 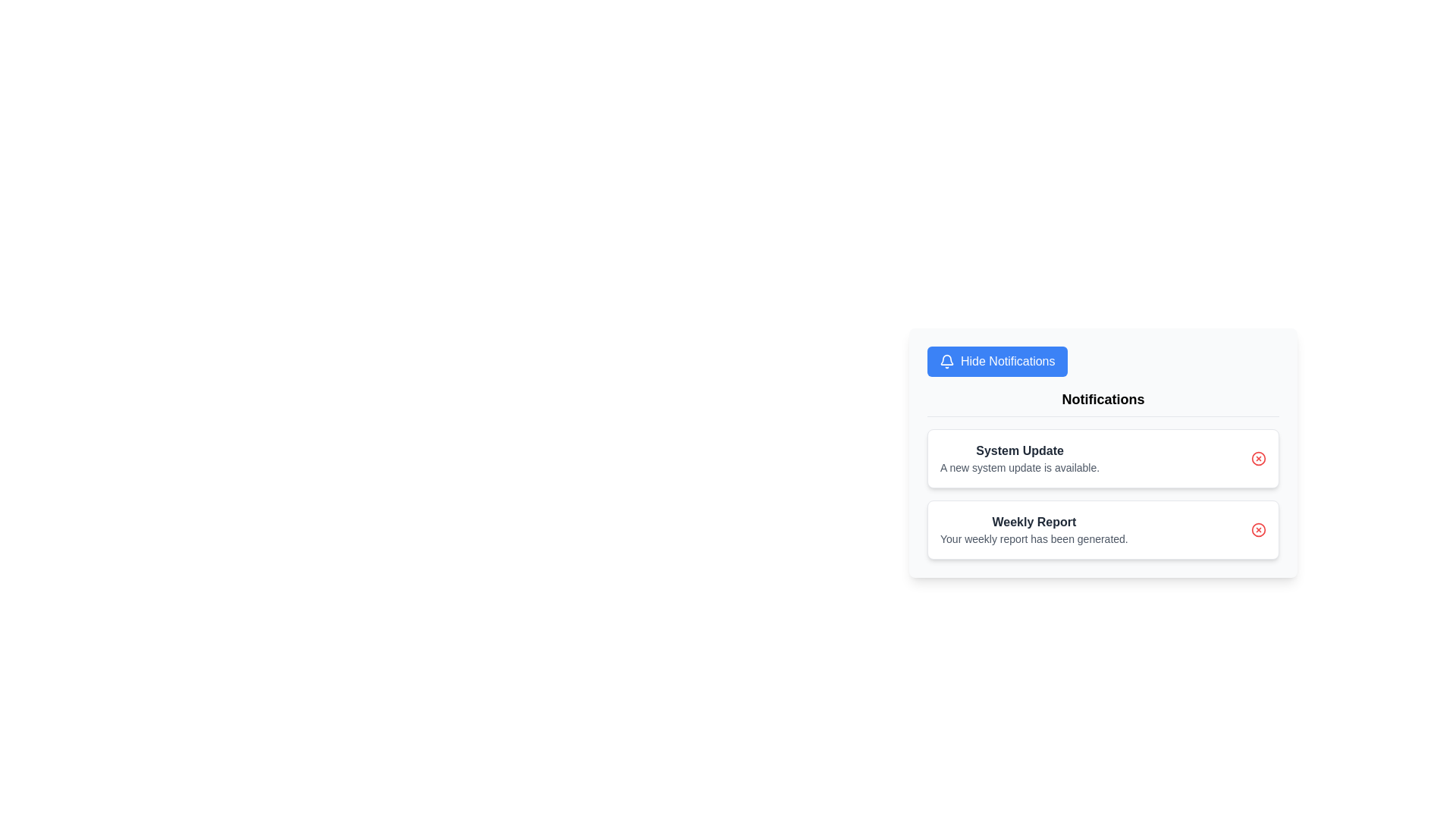 I want to click on the header text label displaying 'Notifications', which is styled with a large bold font and is positioned at the top-center of the notification section, so click(x=1103, y=402).